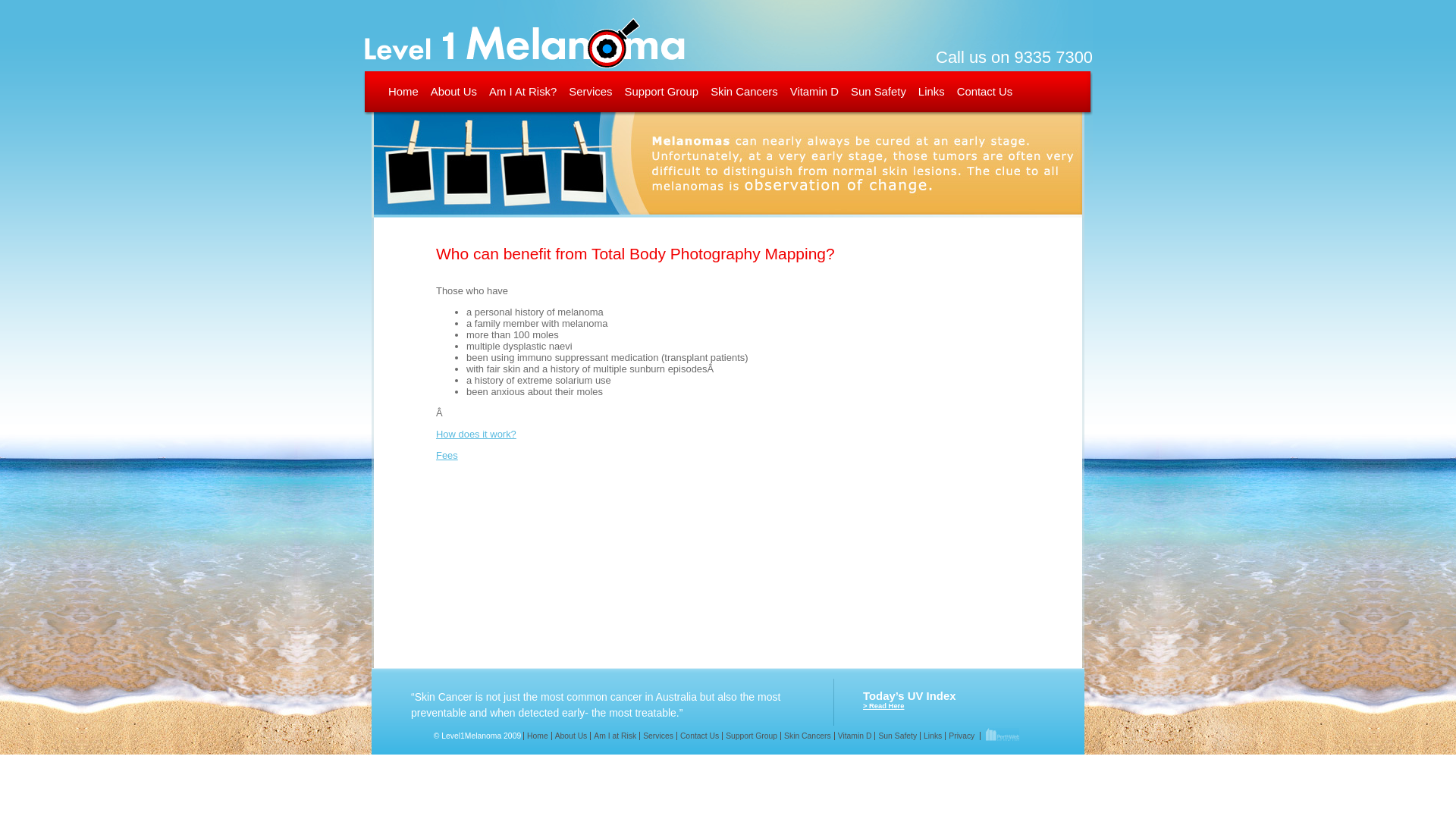 Image resolution: width=1456 pixels, height=819 pixels. Describe the element at coordinates (806, 735) in the screenshot. I see `'Skin Cancers'` at that location.